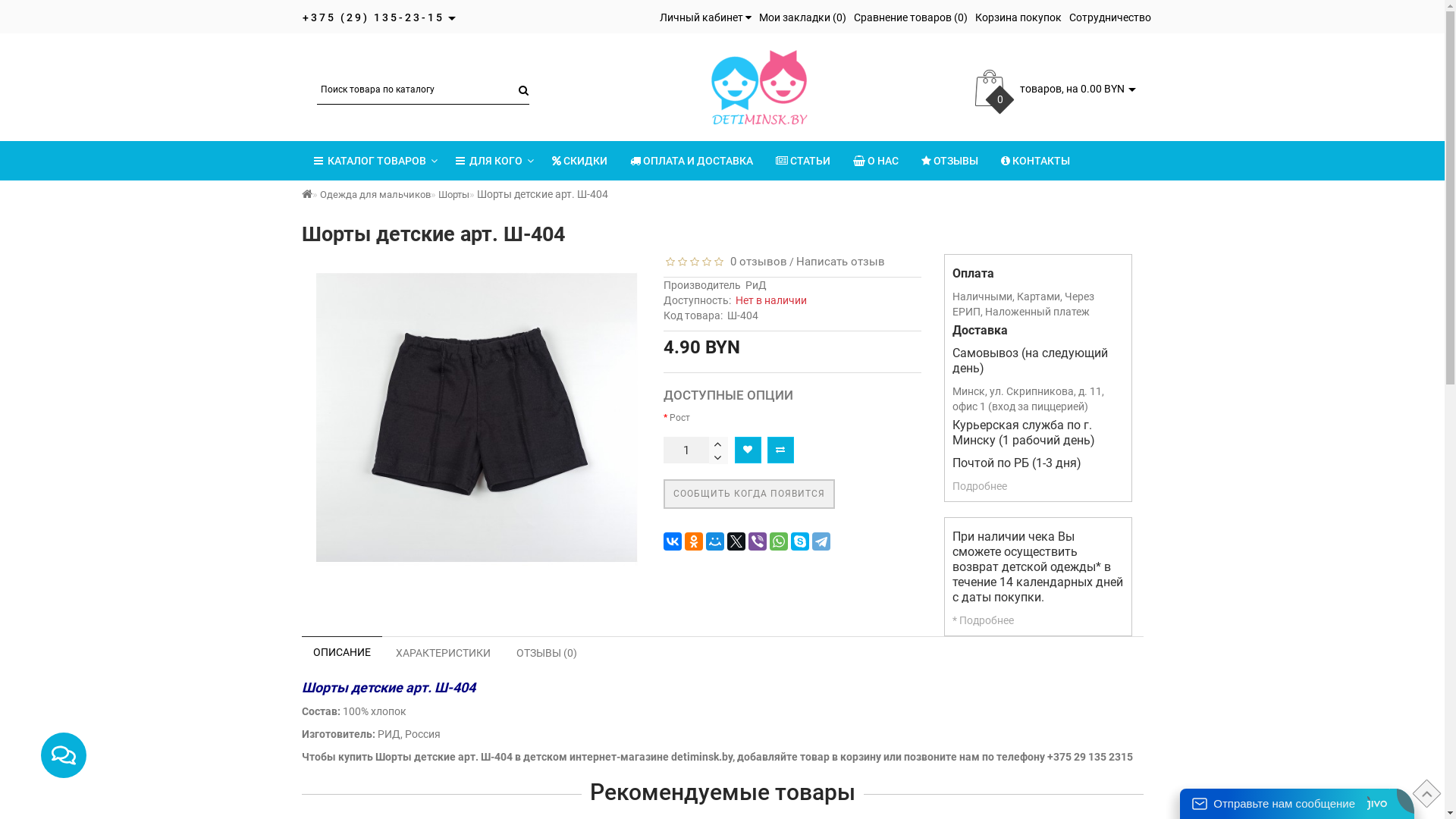  I want to click on 'Telegram', so click(821, 540).